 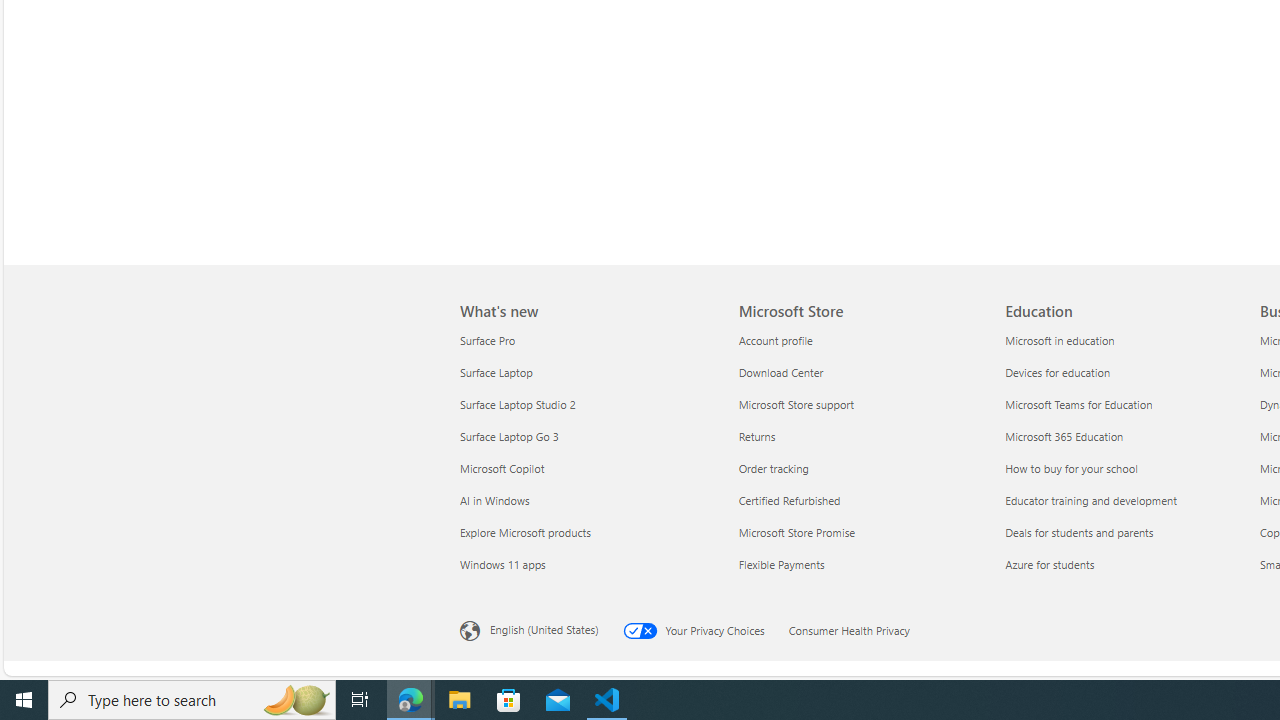 I want to click on 'Your Privacy Choices Opt-Out Icon Your Privacy Choices', so click(x=705, y=627).